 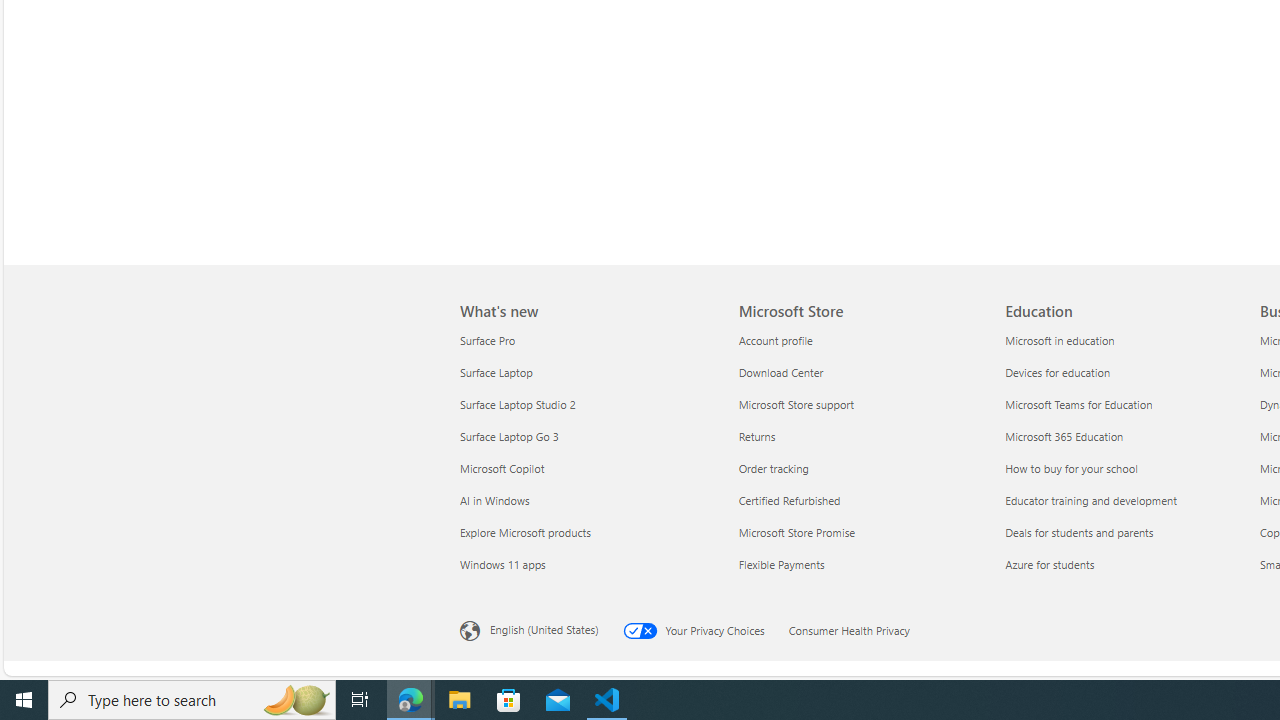 I want to click on 'Your Privacy Choices Opt-Out Icon Your Privacy Choices', so click(x=705, y=627).